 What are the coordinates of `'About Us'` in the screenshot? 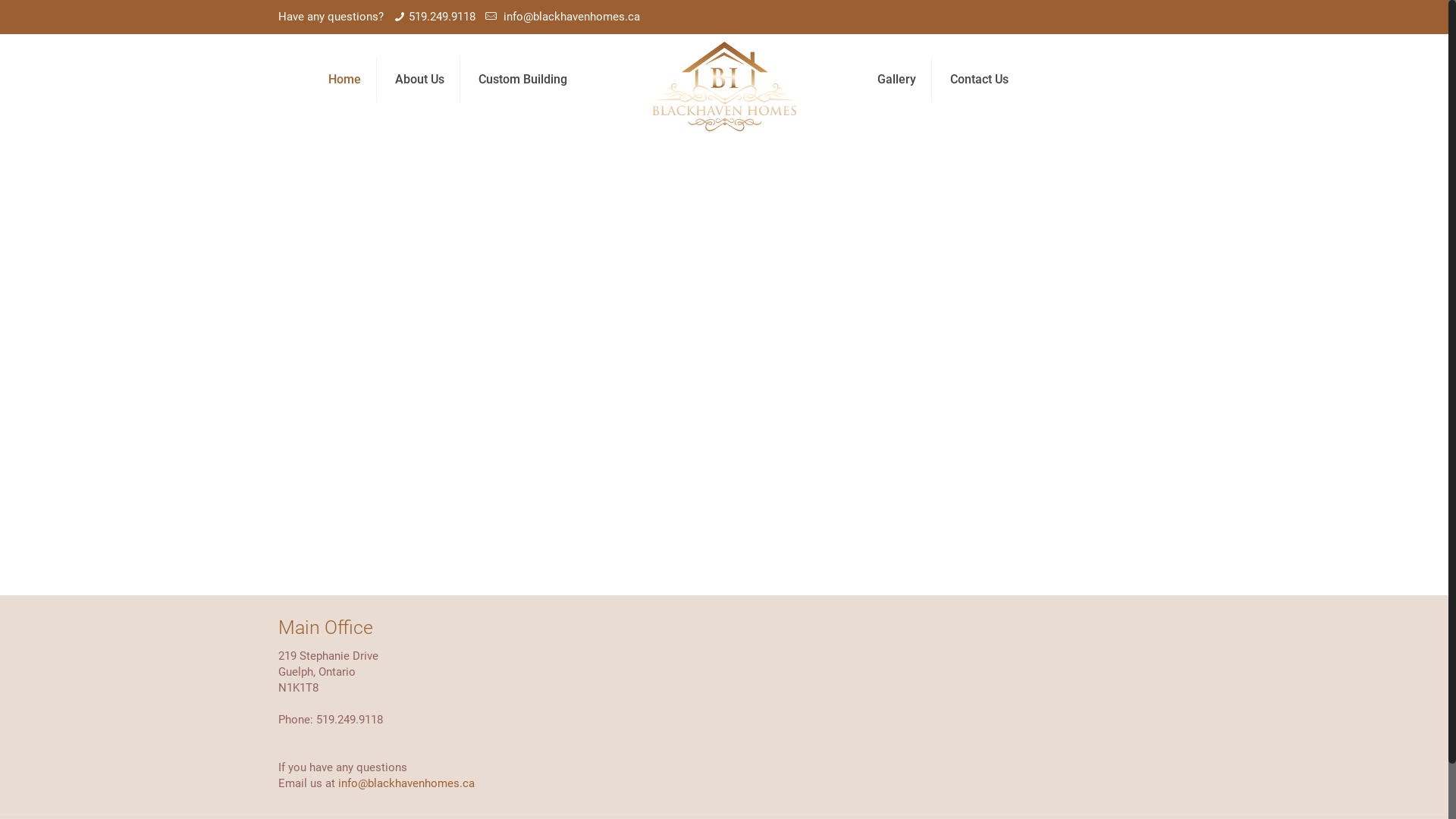 It's located at (419, 79).